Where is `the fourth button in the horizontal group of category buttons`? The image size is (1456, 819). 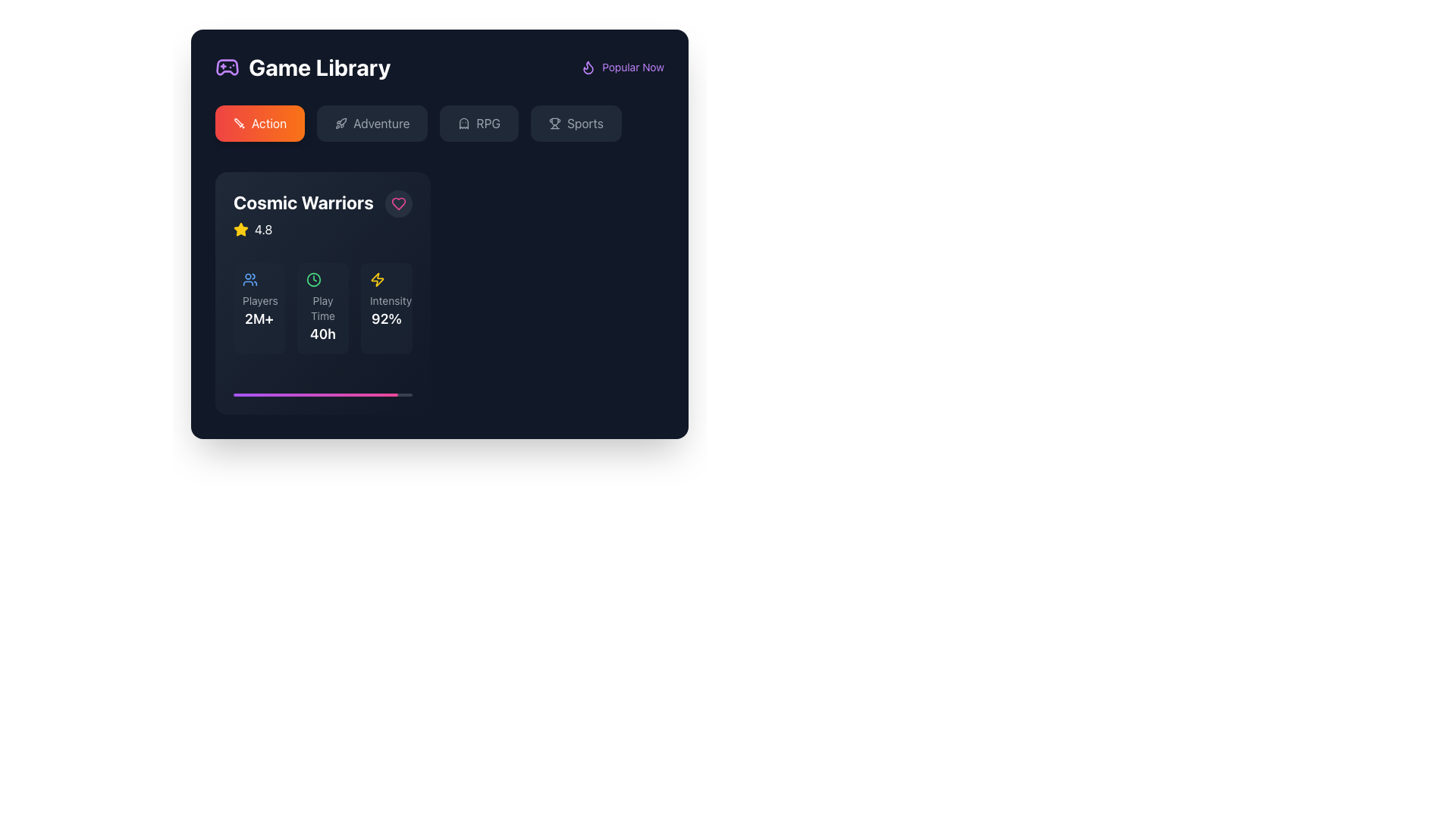
the fourth button in the horizontal group of category buttons is located at coordinates (575, 122).